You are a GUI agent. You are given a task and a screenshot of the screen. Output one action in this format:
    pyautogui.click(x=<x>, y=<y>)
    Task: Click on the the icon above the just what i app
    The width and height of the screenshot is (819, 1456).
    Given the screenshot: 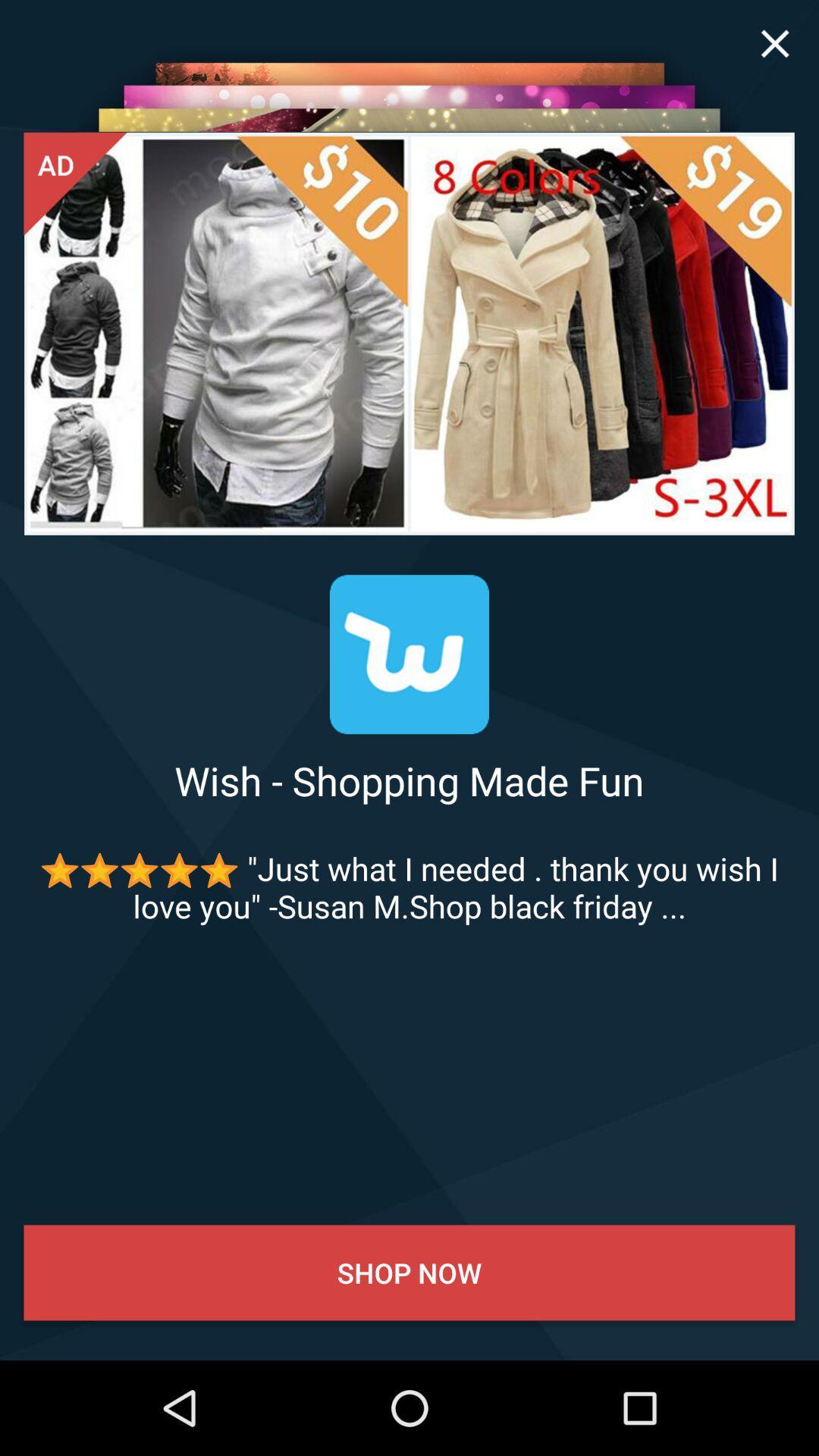 What is the action you would take?
    pyautogui.click(x=409, y=780)
    